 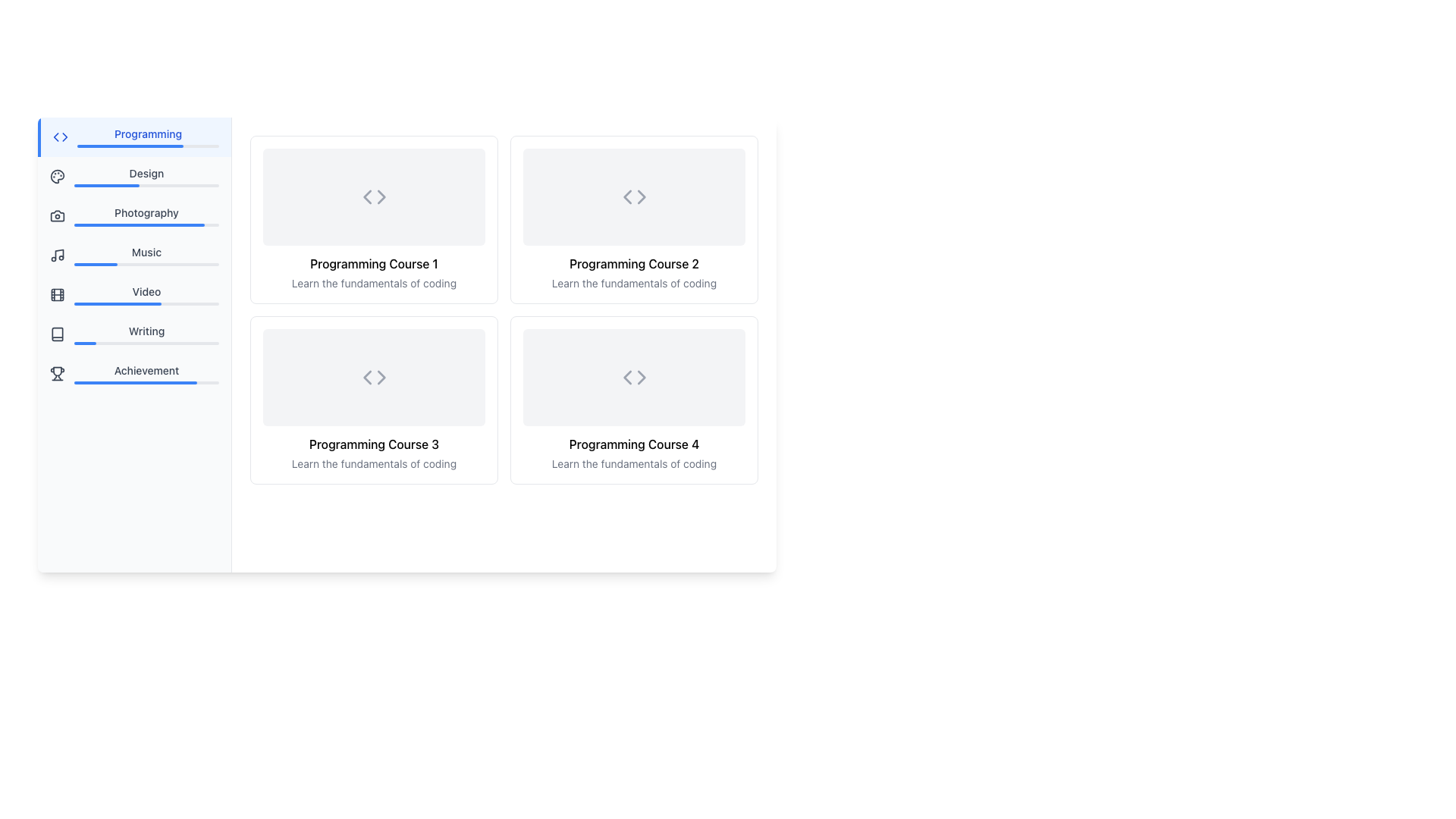 I want to click on the 'Video' section icon located on the left-hand sidebar, so click(x=58, y=295).